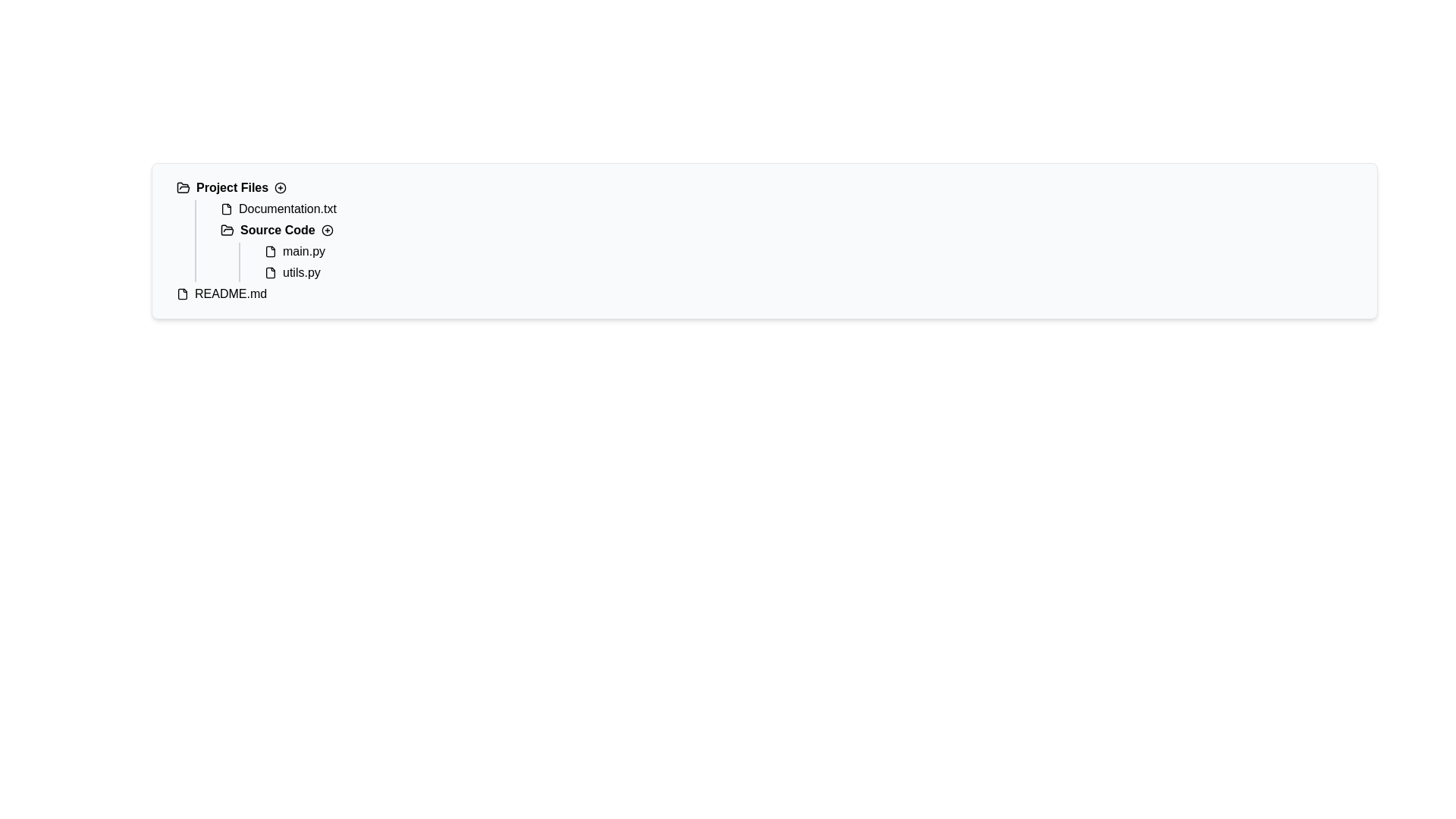 The width and height of the screenshot is (1456, 819). Describe the element at coordinates (225, 209) in the screenshot. I see `the file icon representing 'Documentation.txt', which is a minimalistic, rounded-edge icon located in the right panel under 'Project Files'` at that location.